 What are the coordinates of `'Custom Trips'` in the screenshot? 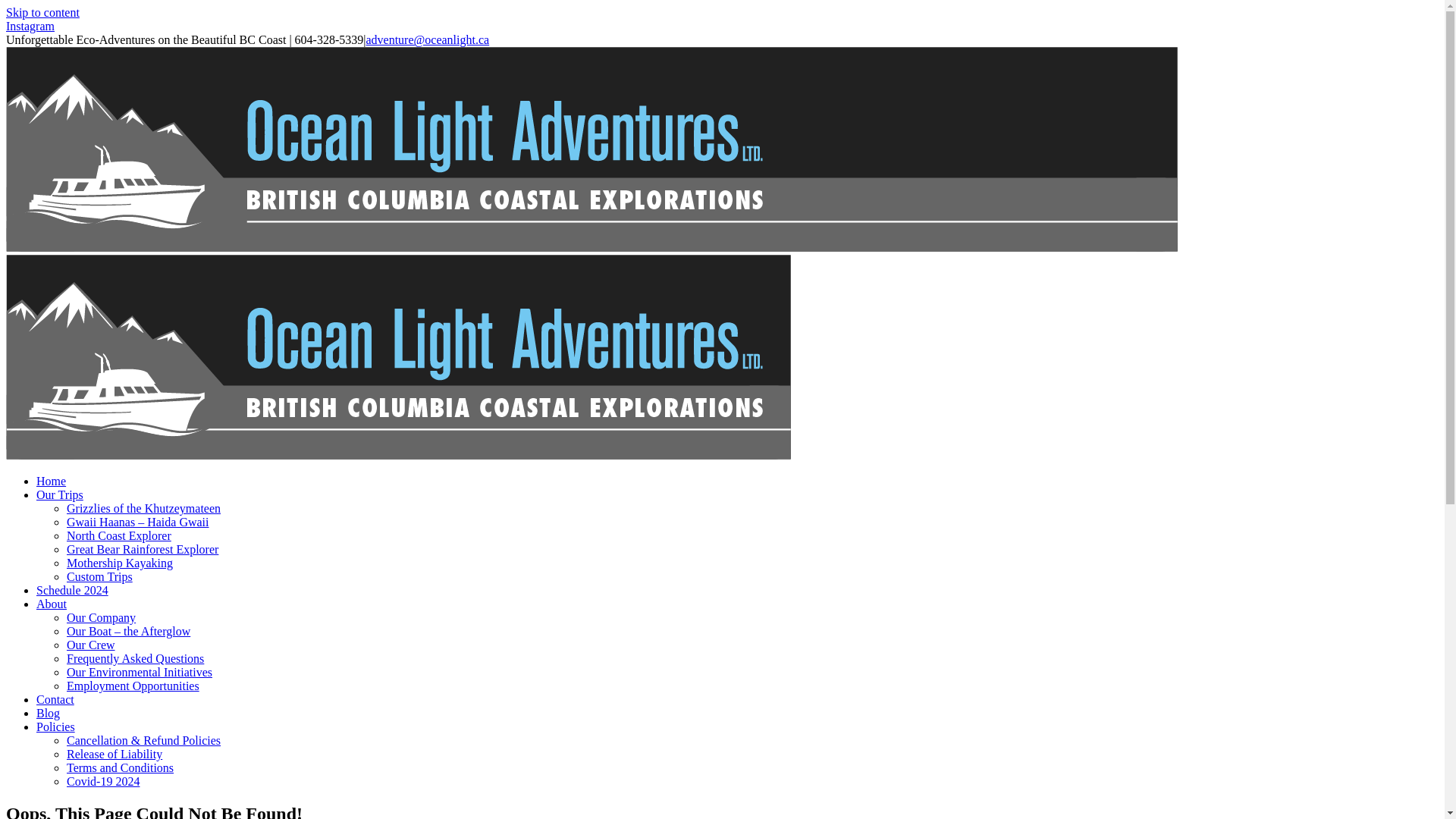 It's located at (65, 576).